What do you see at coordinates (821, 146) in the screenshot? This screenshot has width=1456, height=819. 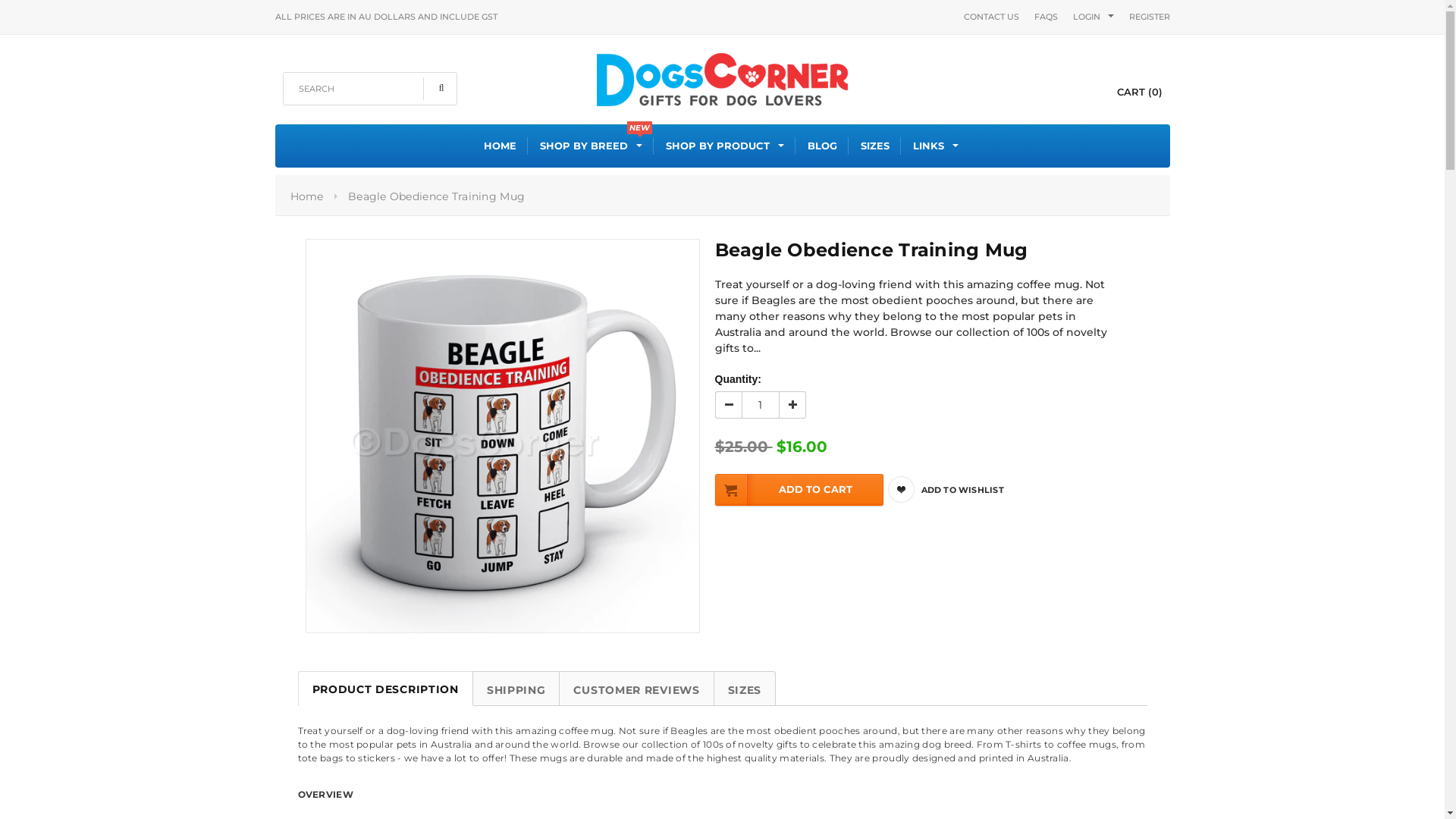 I see `'BLOG'` at bounding box center [821, 146].